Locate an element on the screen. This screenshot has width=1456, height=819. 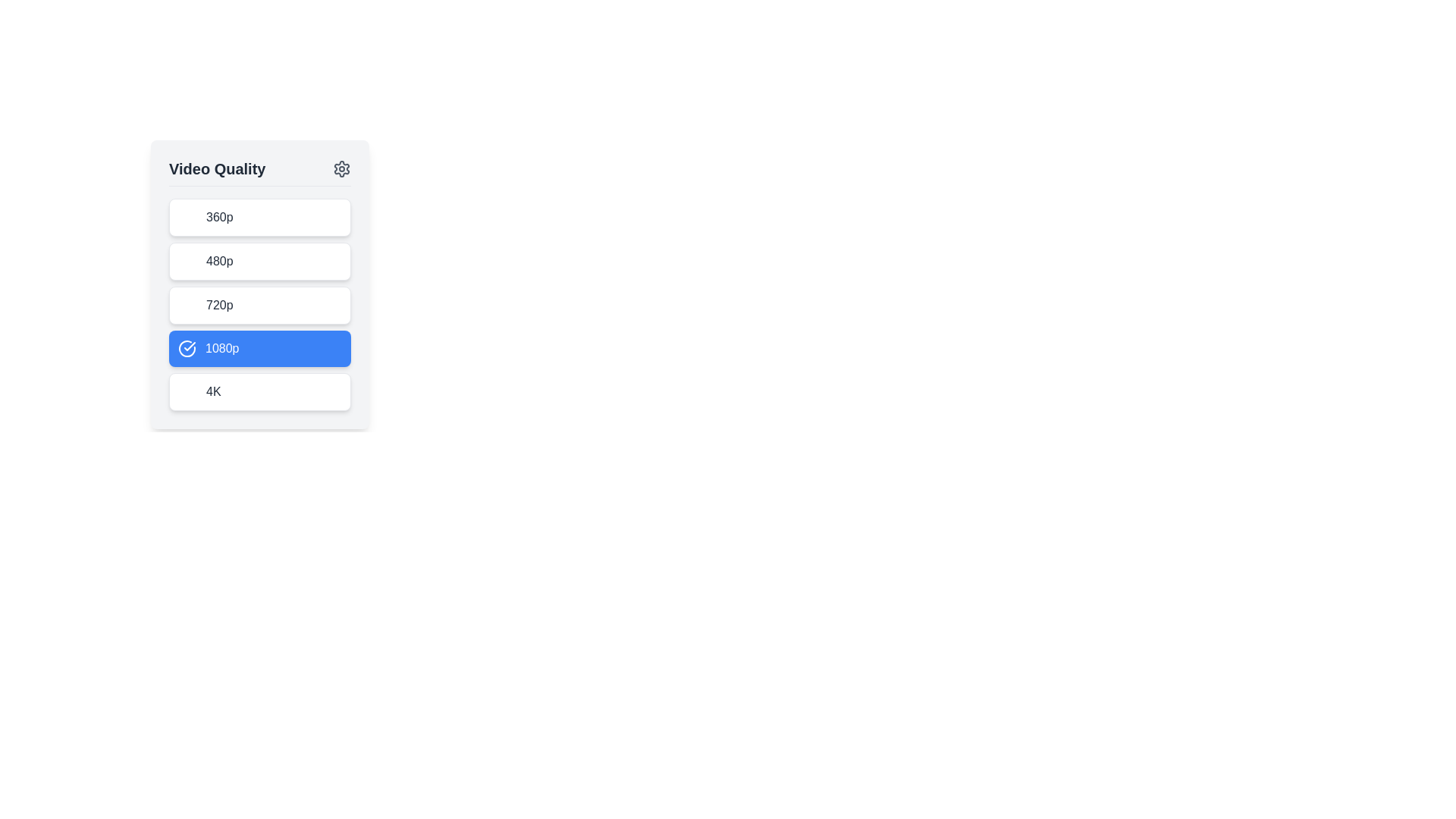
the '720p' resolution option button located in the 'Video Quality' panel is located at coordinates (259, 304).